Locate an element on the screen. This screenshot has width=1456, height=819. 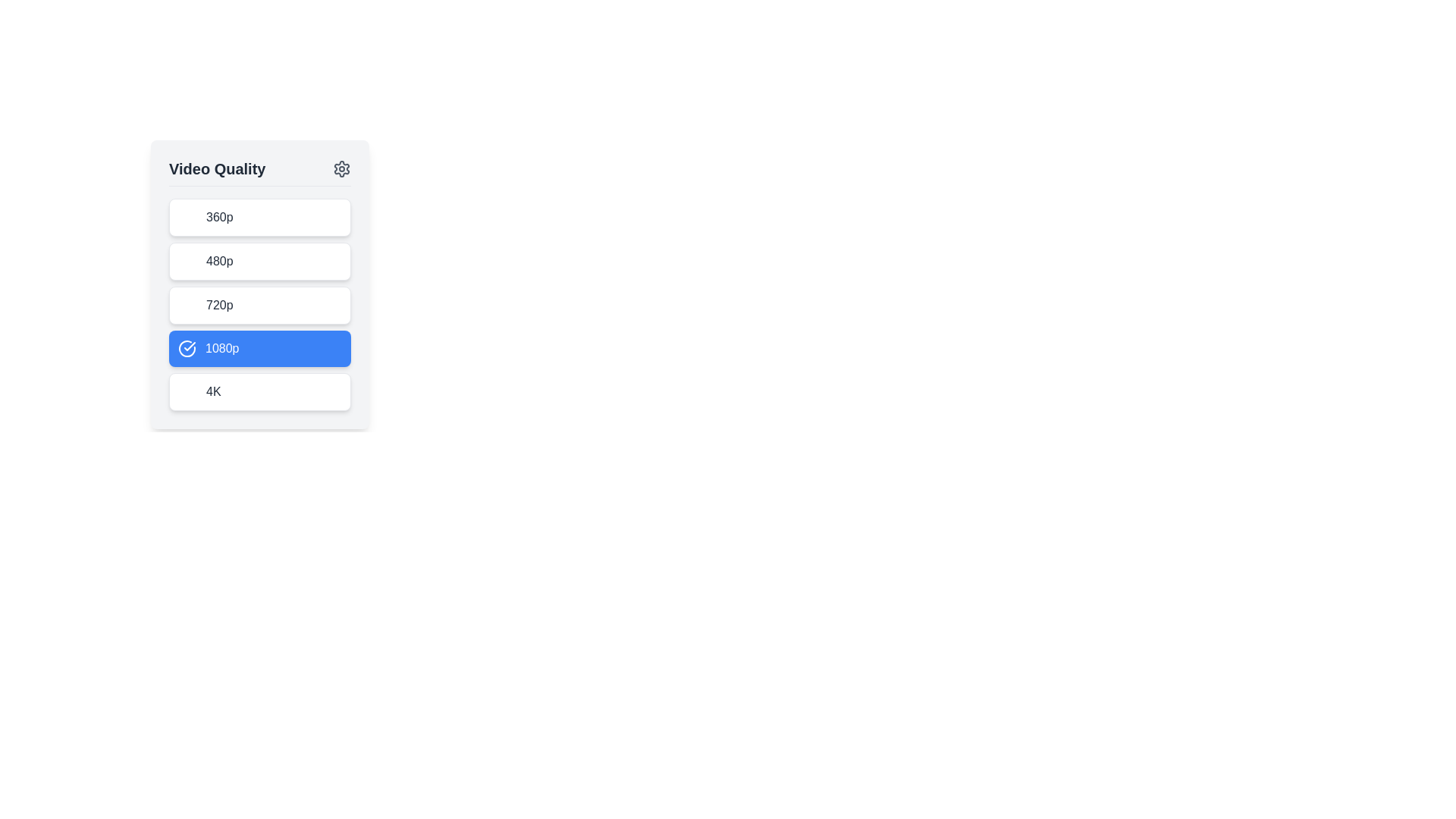
the '720p' resolution option button located in the 'Video Quality' panel is located at coordinates (259, 304).